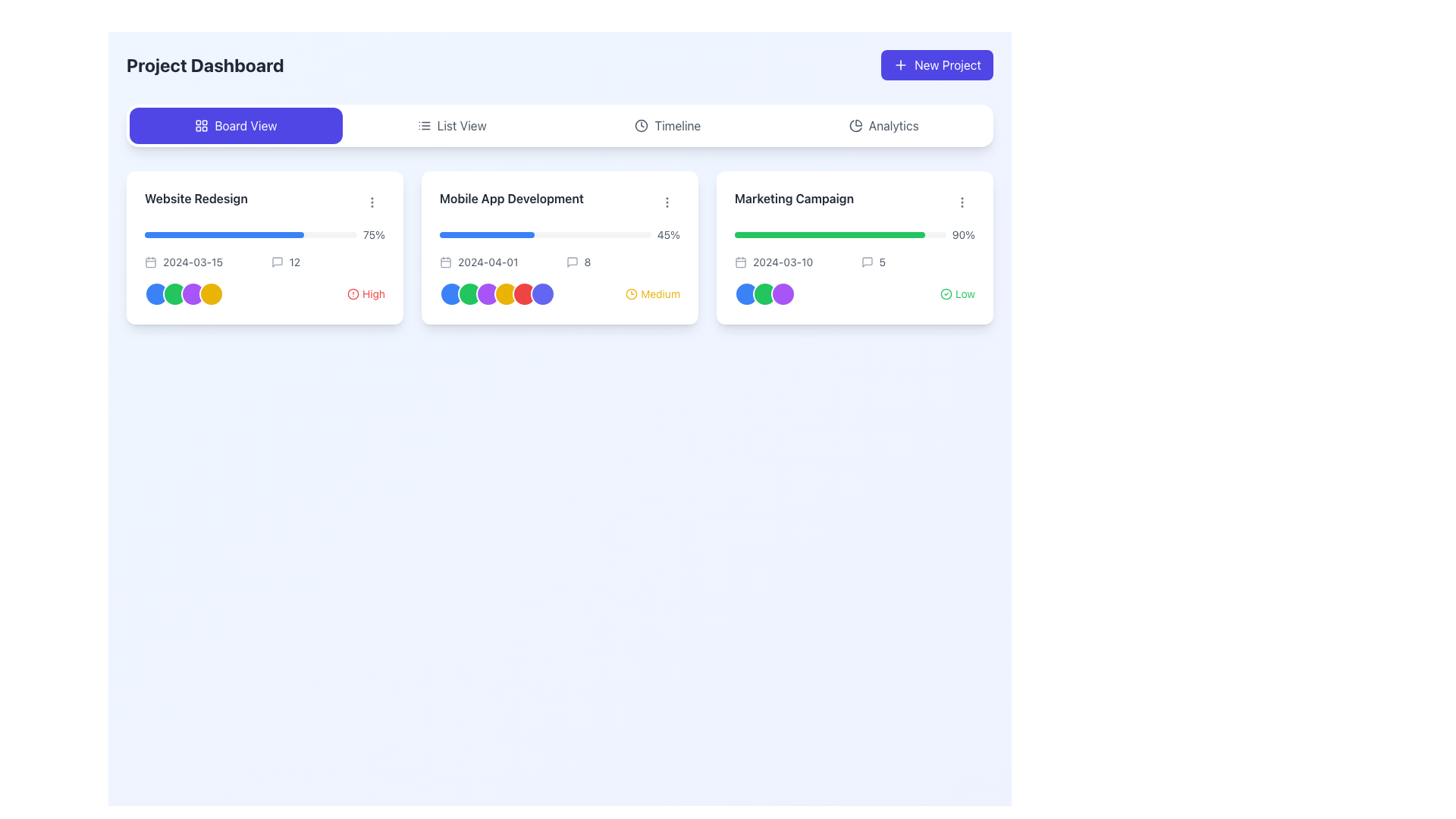  What do you see at coordinates (352, 294) in the screenshot?
I see `the red circular icon located in the bottom right area of the 'Website Redesign' card, adjacent to the 'High' label` at bounding box center [352, 294].